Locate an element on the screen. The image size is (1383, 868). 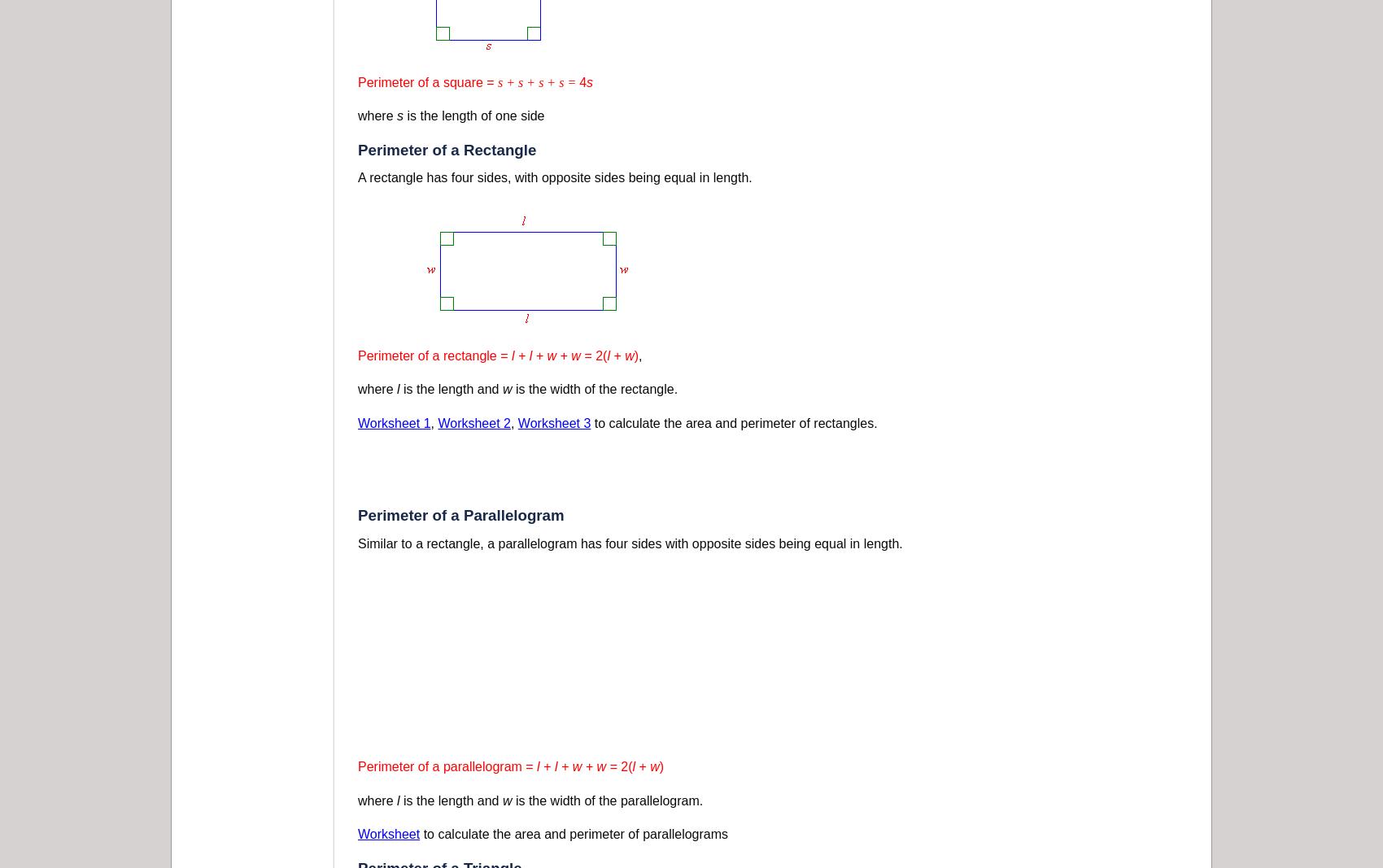
'Worksheet' is located at coordinates (389, 834).